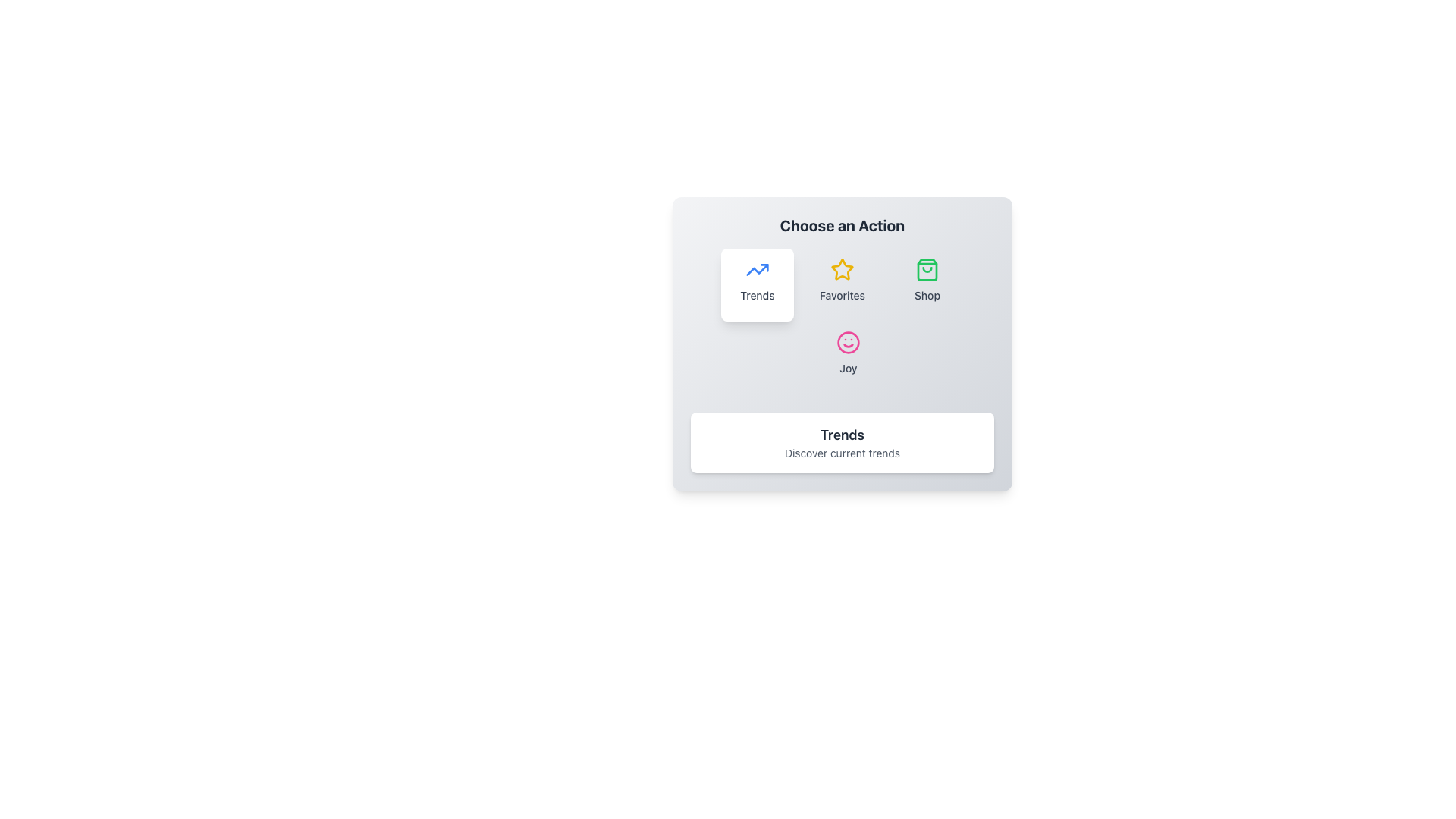 Image resolution: width=1456 pixels, height=819 pixels. I want to click on the appearance of the 'Favorites' icon located in the middle-right of the grid layout, above the 'Favorites' text label, so click(841, 268).